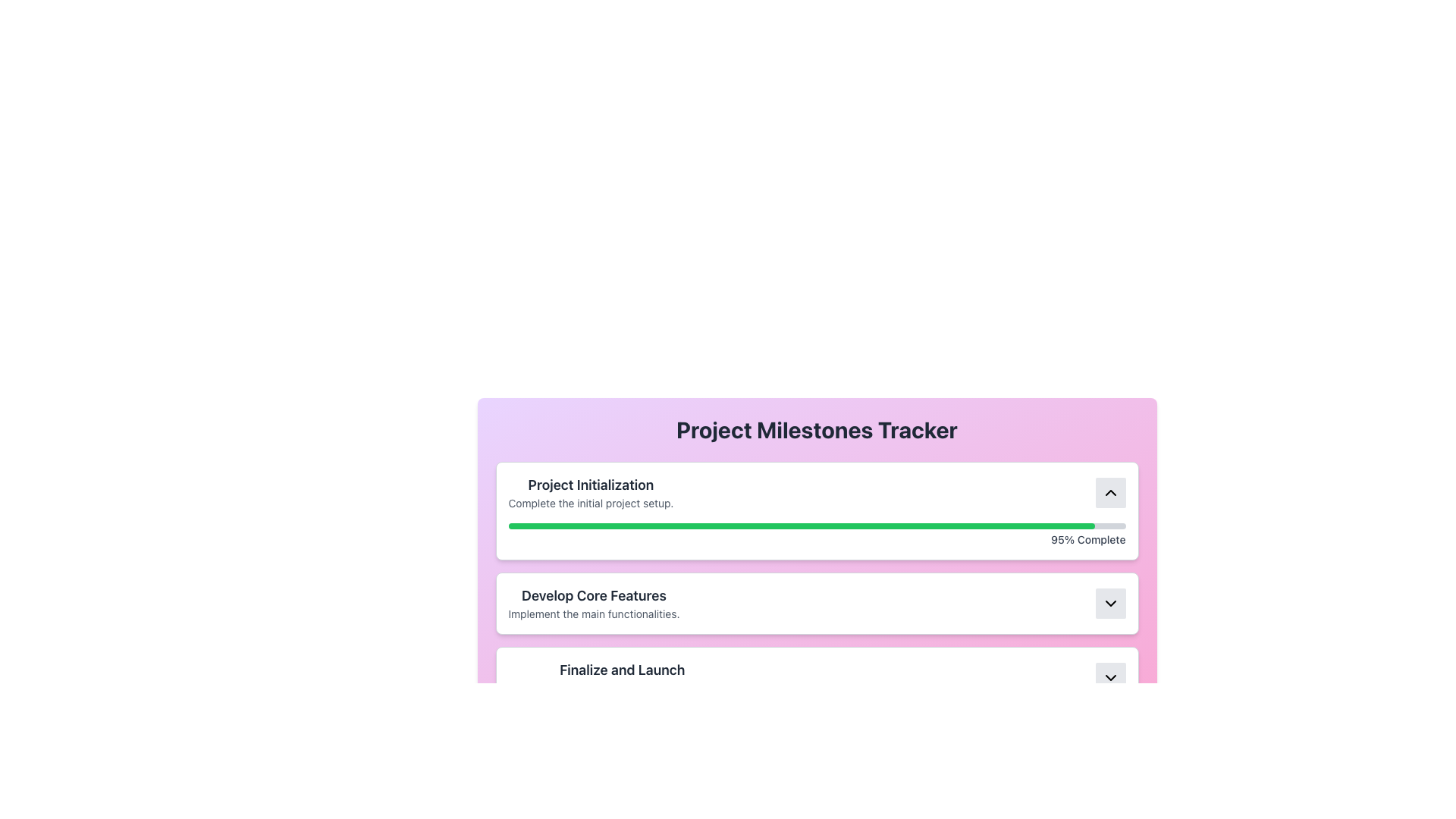  What do you see at coordinates (1110, 493) in the screenshot?
I see `the small rectangular button with a light gray background and an upward-pointing chevron icon, located on the right side of the 'Project Initialization' section` at bounding box center [1110, 493].